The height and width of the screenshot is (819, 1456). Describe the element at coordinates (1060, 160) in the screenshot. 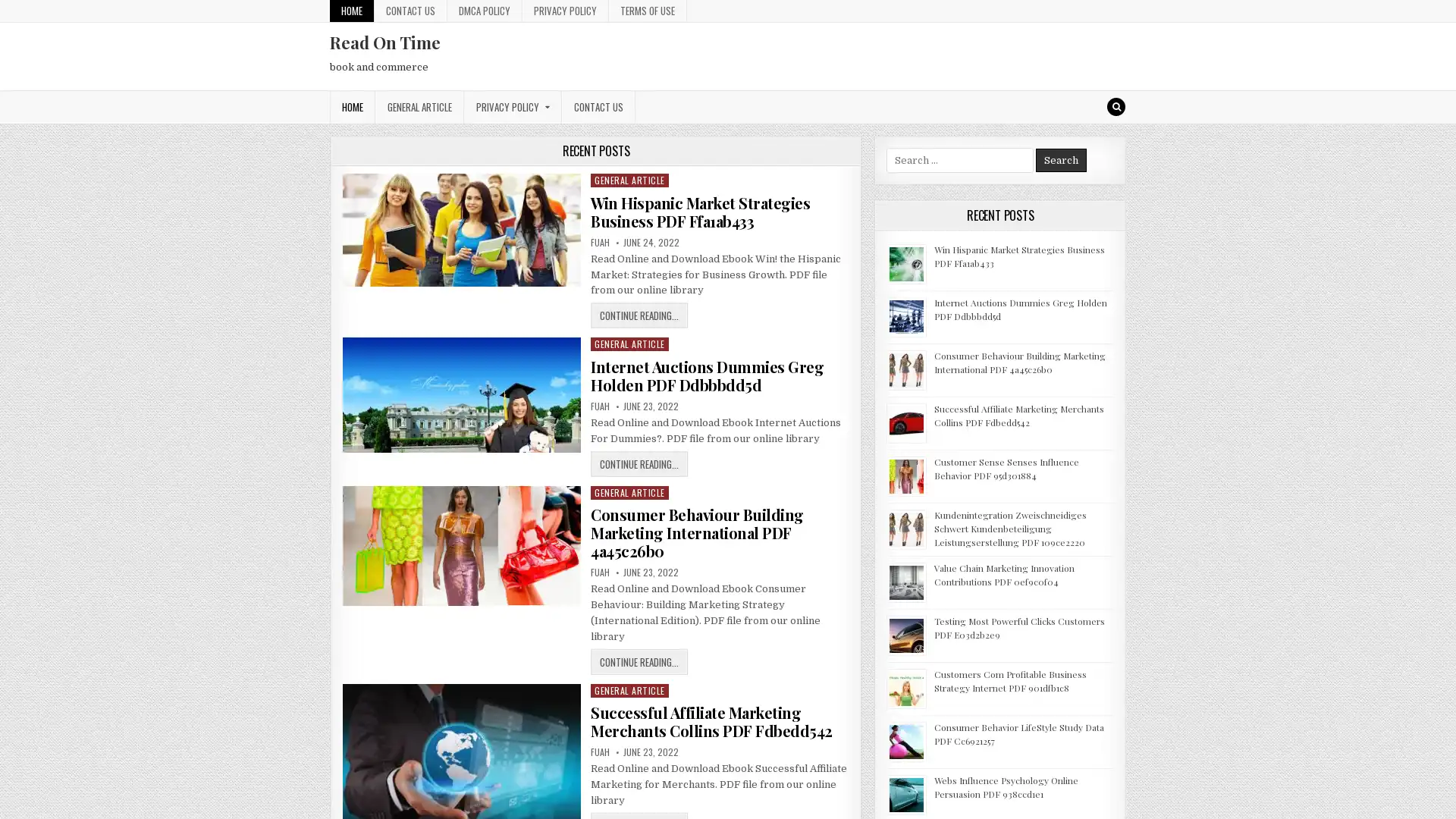

I see `Search` at that location.